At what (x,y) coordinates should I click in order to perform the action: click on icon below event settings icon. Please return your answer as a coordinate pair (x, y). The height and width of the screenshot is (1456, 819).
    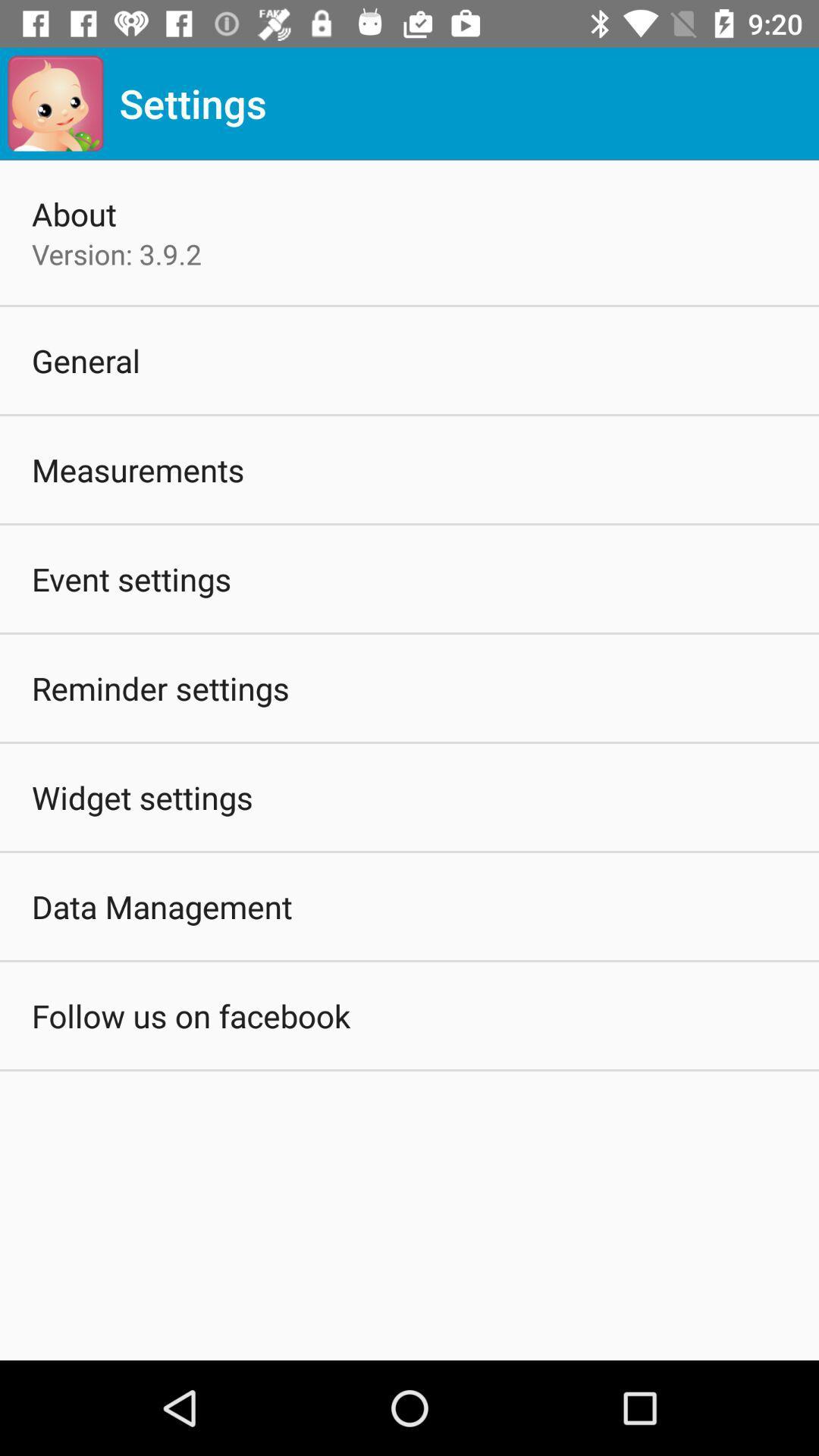
    Looking at the image, I should click on (160, 687).